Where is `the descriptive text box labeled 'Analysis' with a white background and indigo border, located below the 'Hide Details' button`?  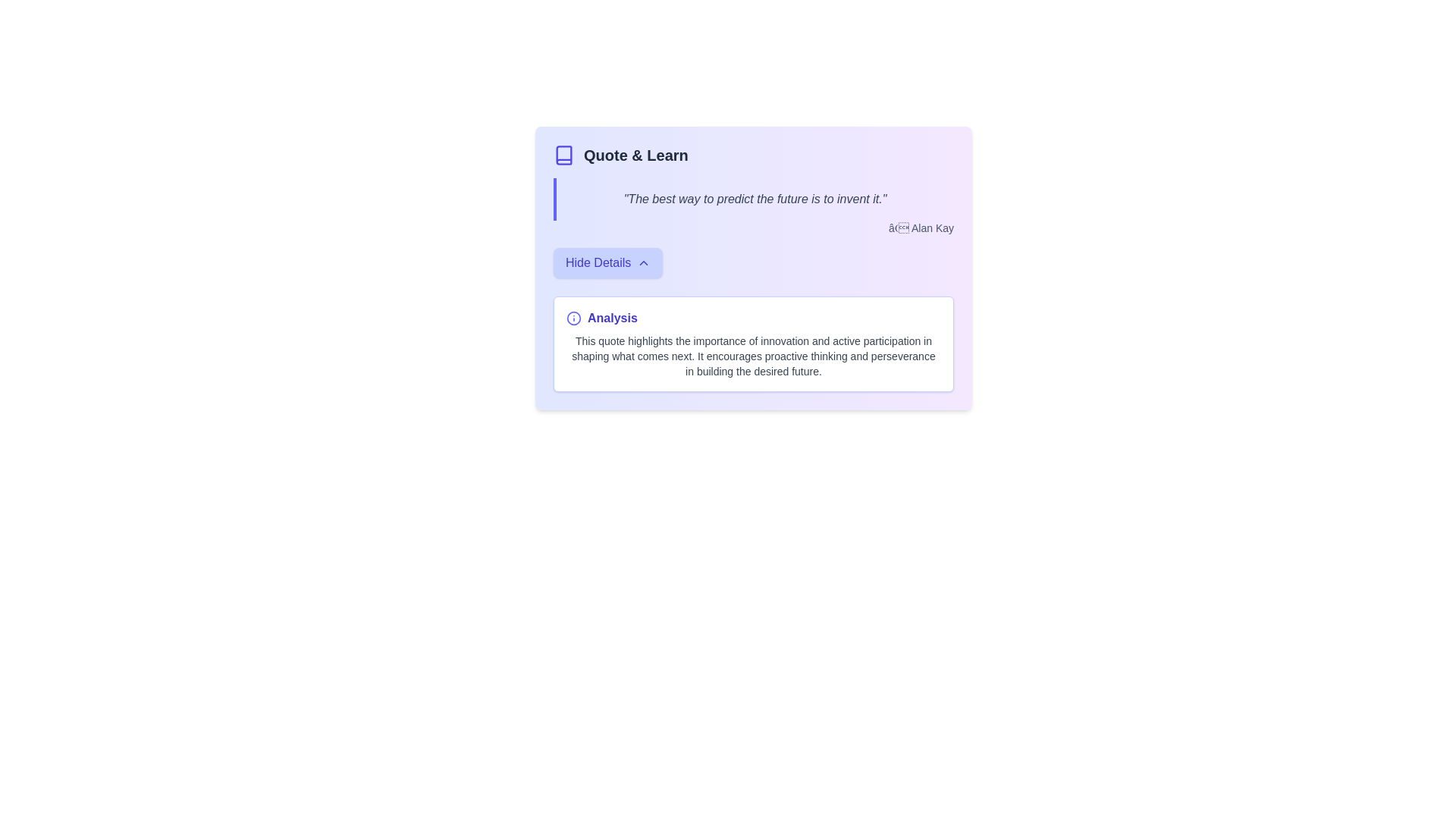 the descriptive text box labeled 'Analysis' with a white background and indigo border, located below the 'Hide Details' button is located at coordinates (753, 344).